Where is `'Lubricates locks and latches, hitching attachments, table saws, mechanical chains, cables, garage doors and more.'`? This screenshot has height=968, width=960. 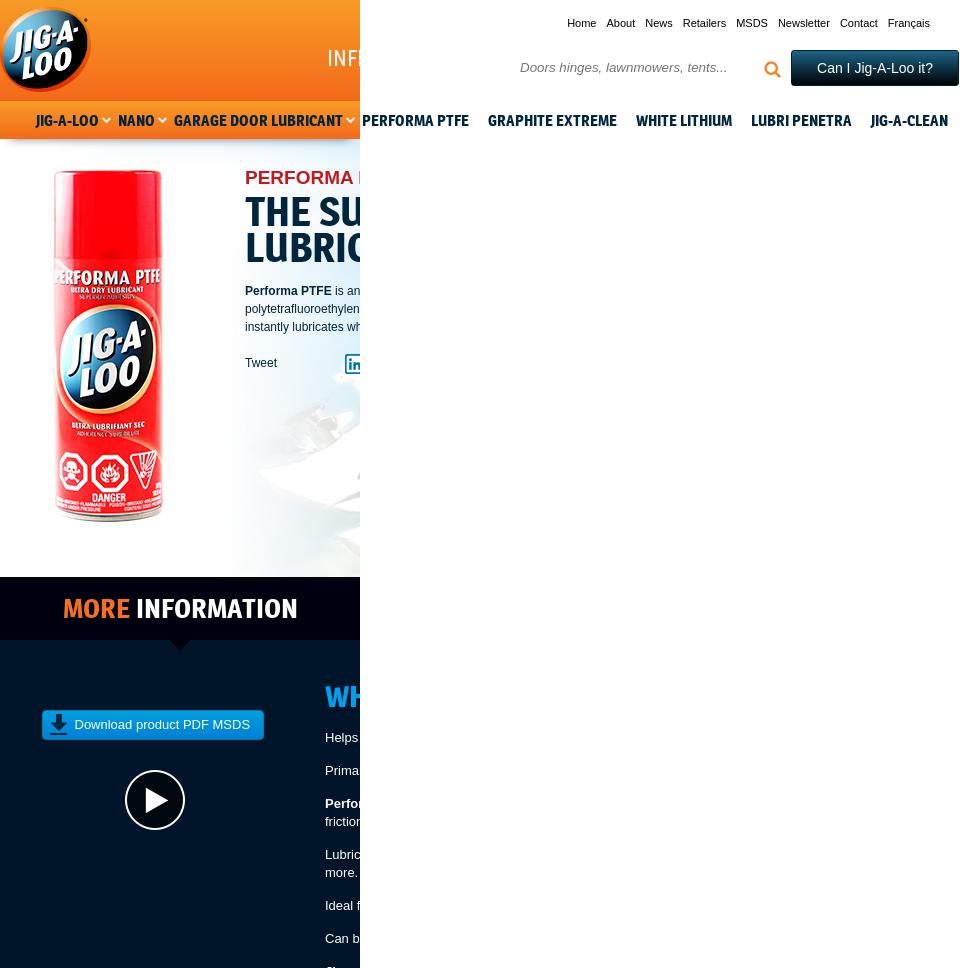 'Lubricates locks and latches, hitching attachments, table saws, mechanical chains, cables, garage doors and more.' is located at coordinates (637, 862).